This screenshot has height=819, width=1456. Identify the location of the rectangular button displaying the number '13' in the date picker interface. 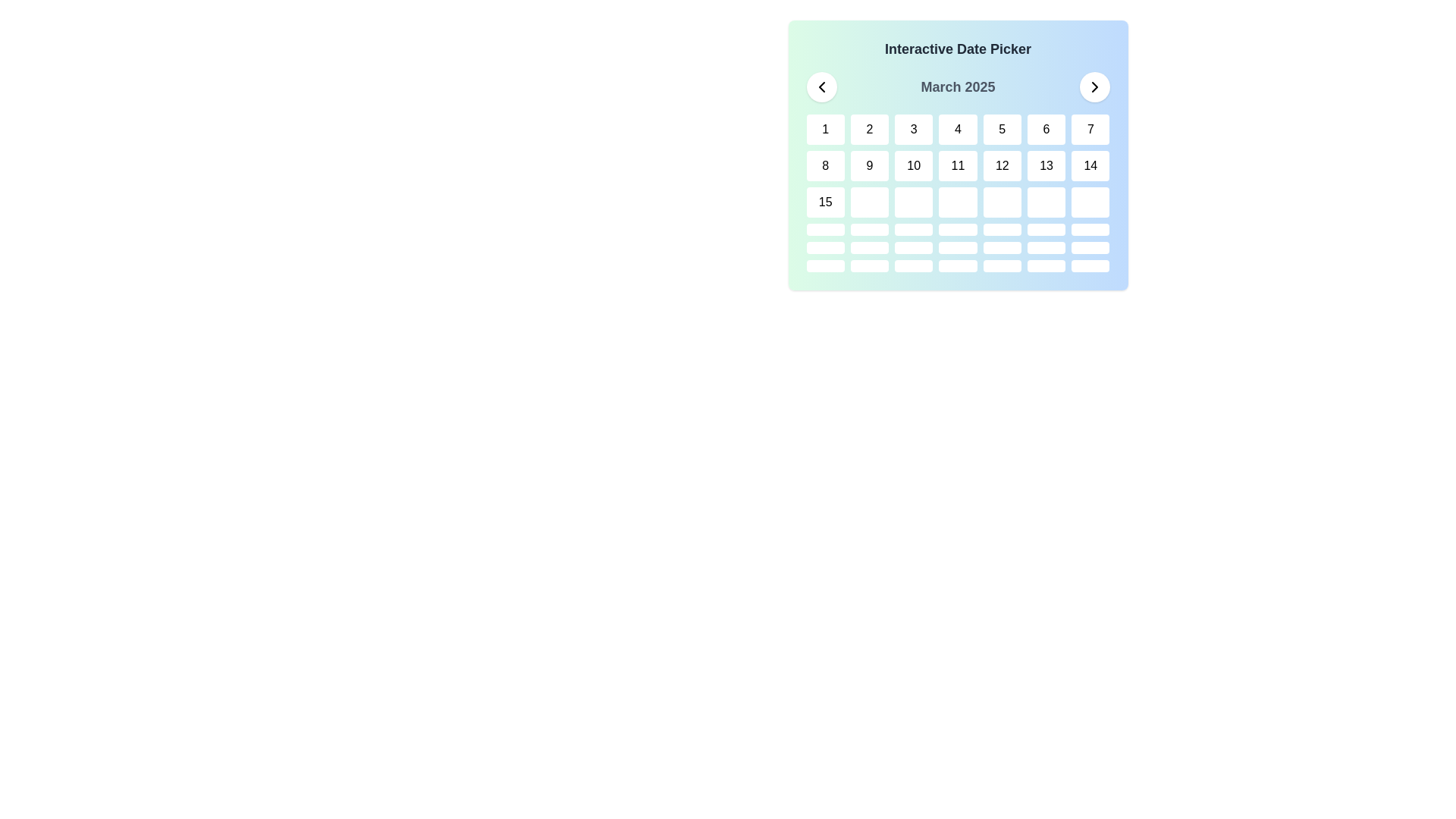
(1046, 166).